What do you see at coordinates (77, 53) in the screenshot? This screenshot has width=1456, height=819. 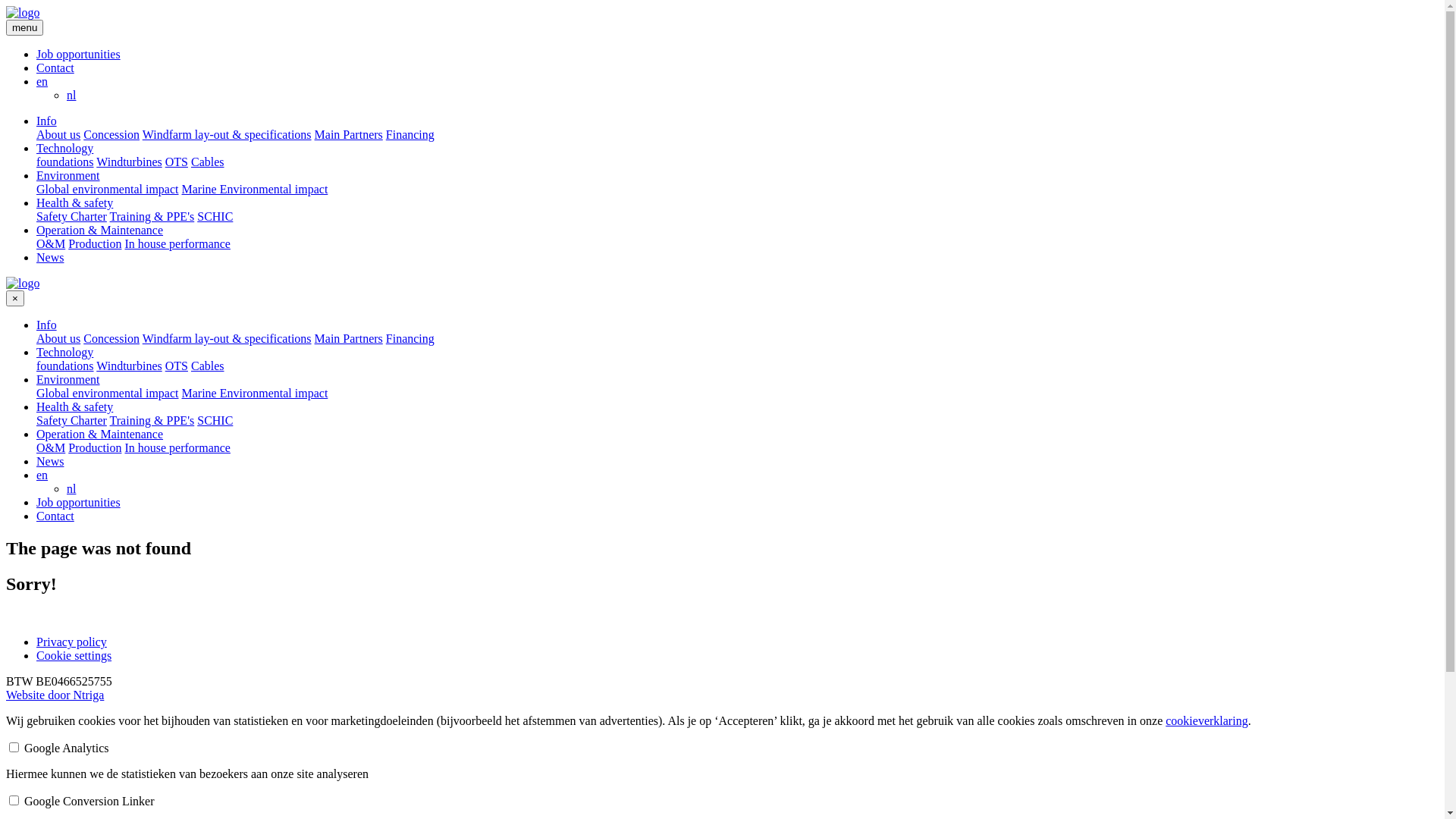 I see `'Job opportunities'` at bounding box center [77, 53].